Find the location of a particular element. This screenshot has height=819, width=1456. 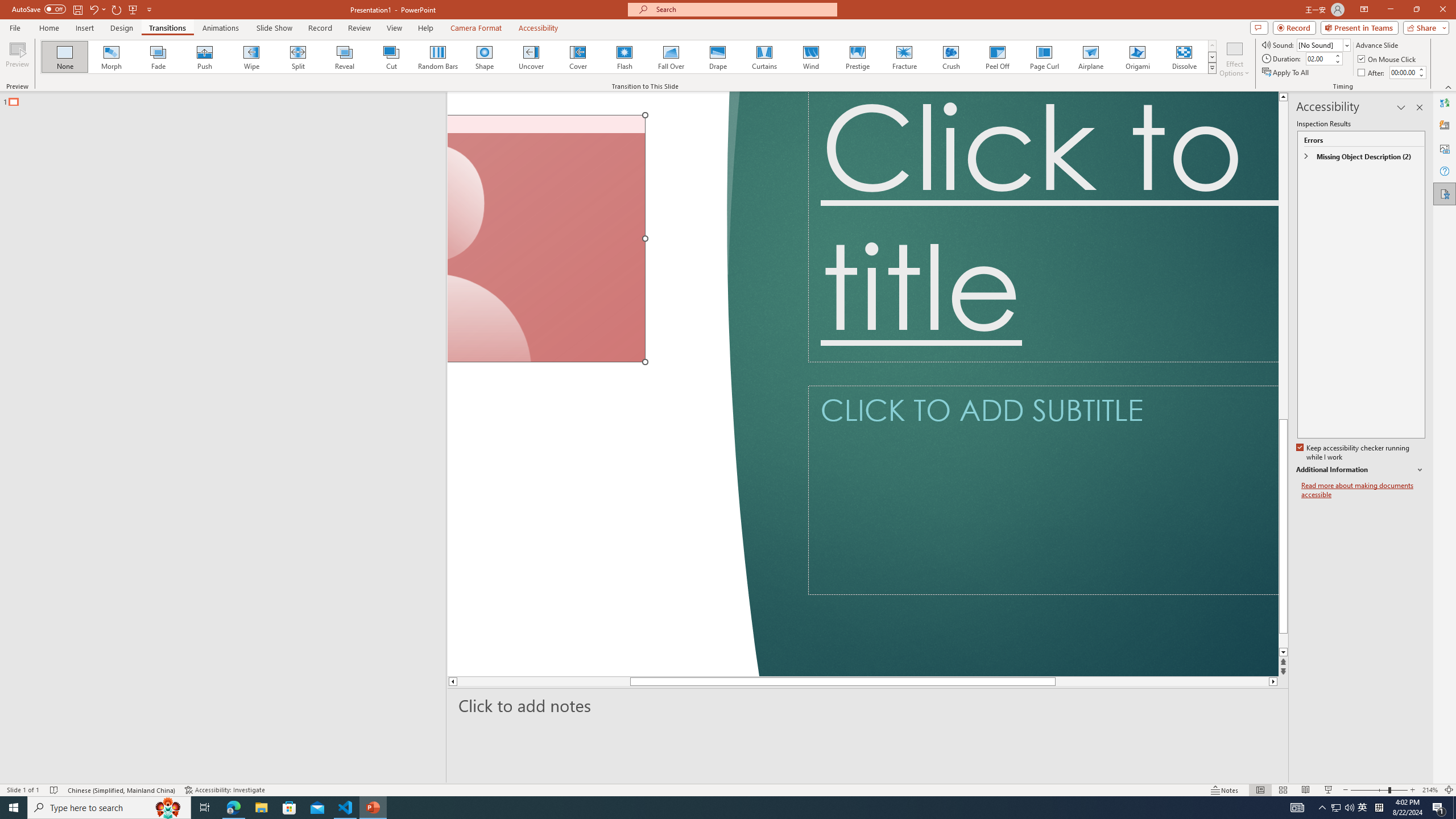

'Slide Notes' is located at coordinates (868, 705).